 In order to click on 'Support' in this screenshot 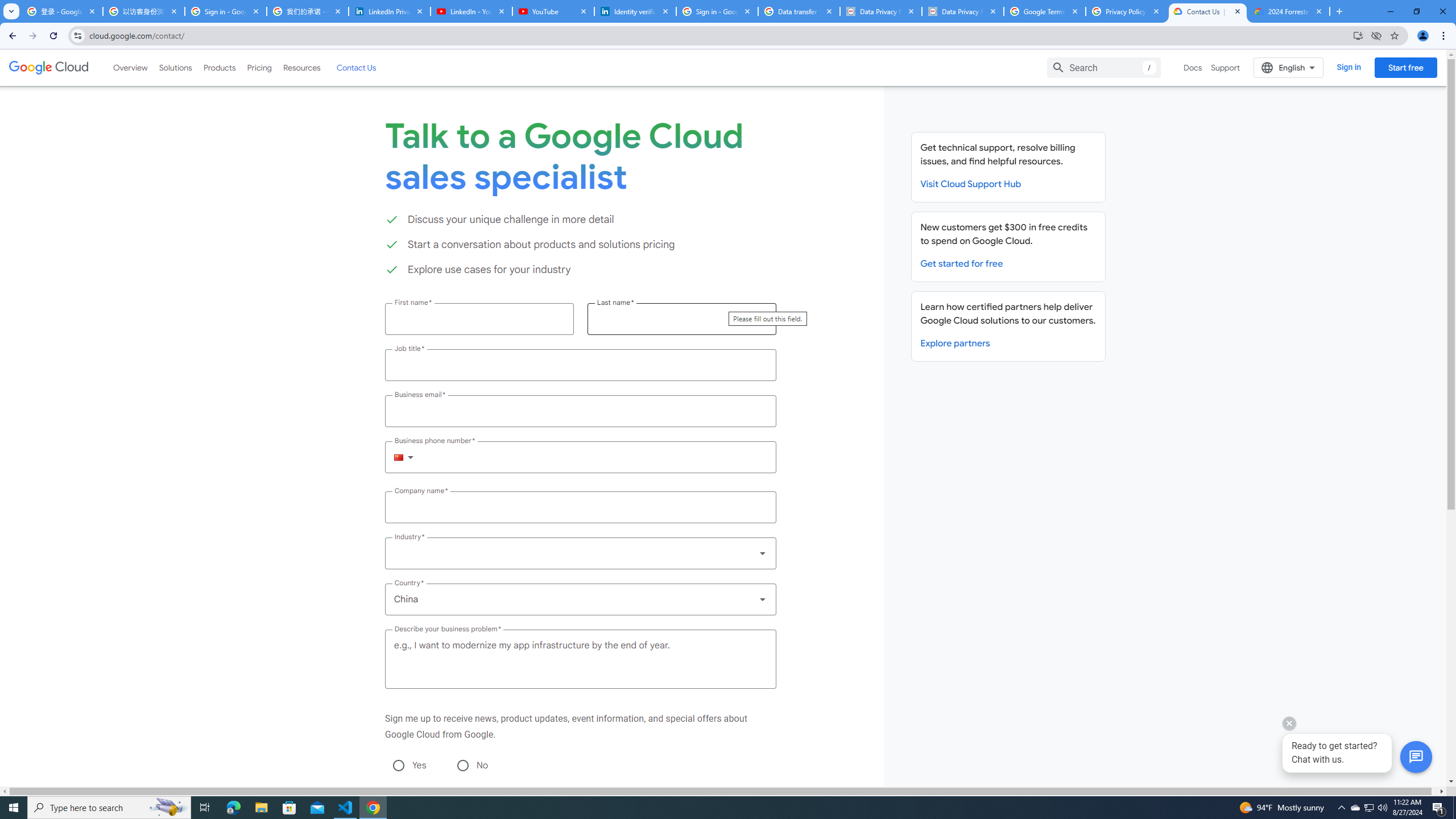, I will do `click(1226, 67)`.